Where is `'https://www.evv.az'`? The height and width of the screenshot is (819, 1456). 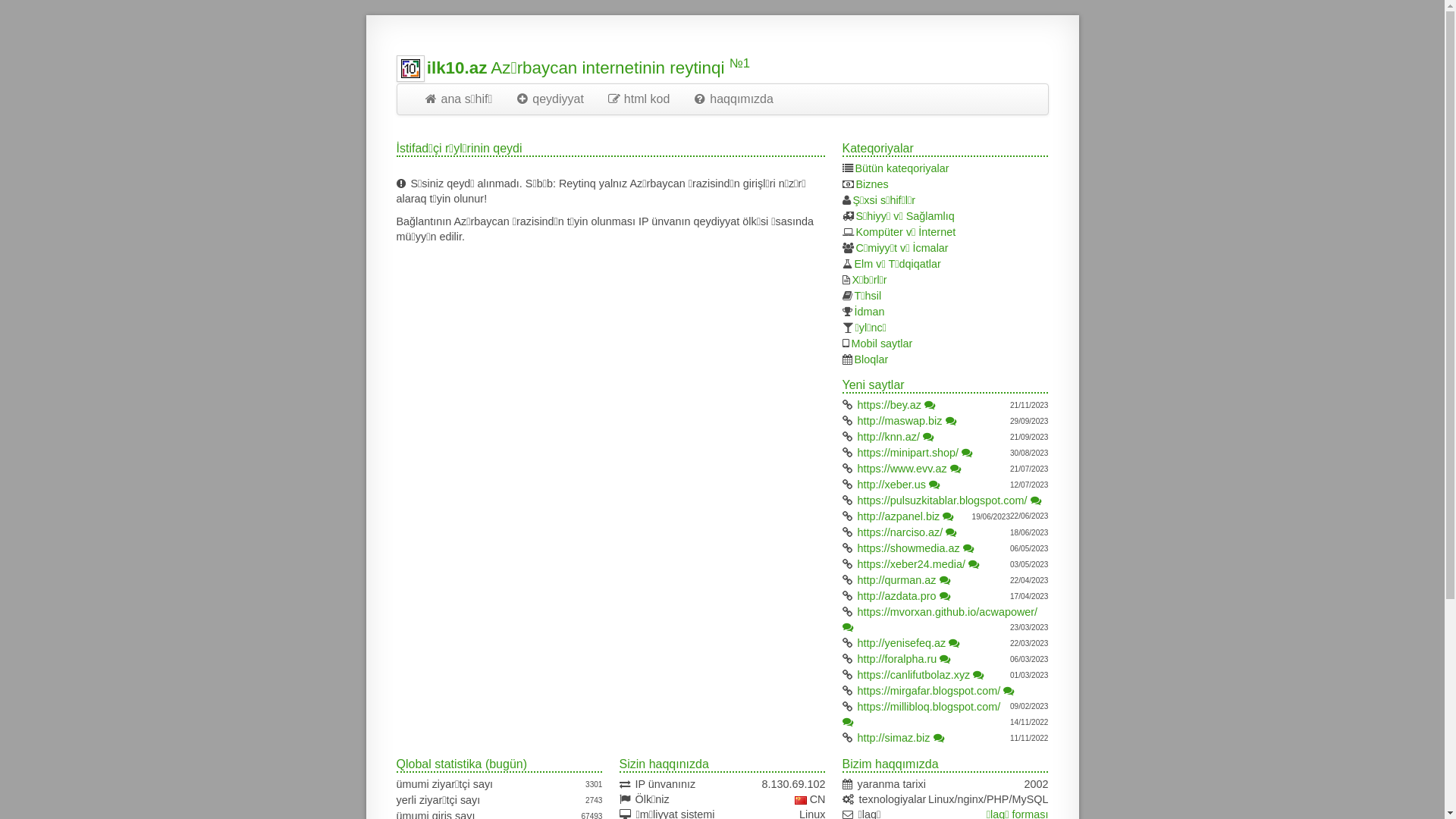 'https://www.evv.az' is located at coordinates (902, 467).